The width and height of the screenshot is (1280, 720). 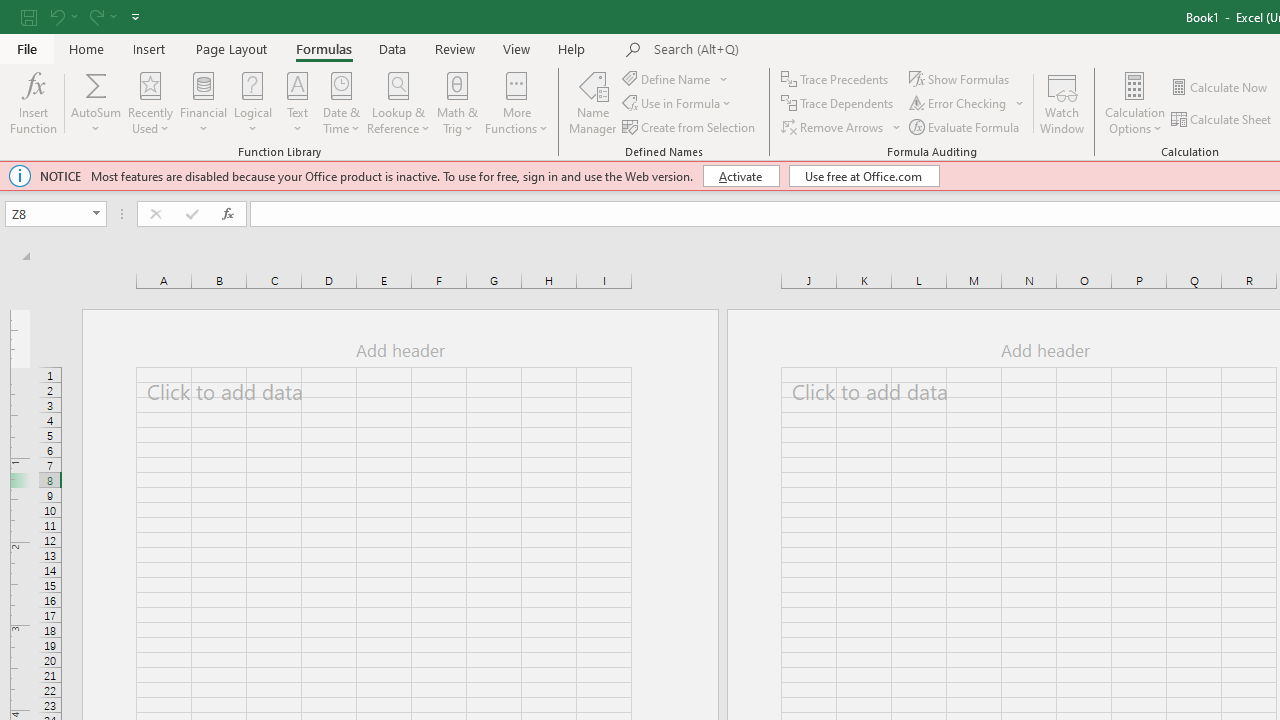 I want to click on 'Name Manager', so click(x=592, y=103).